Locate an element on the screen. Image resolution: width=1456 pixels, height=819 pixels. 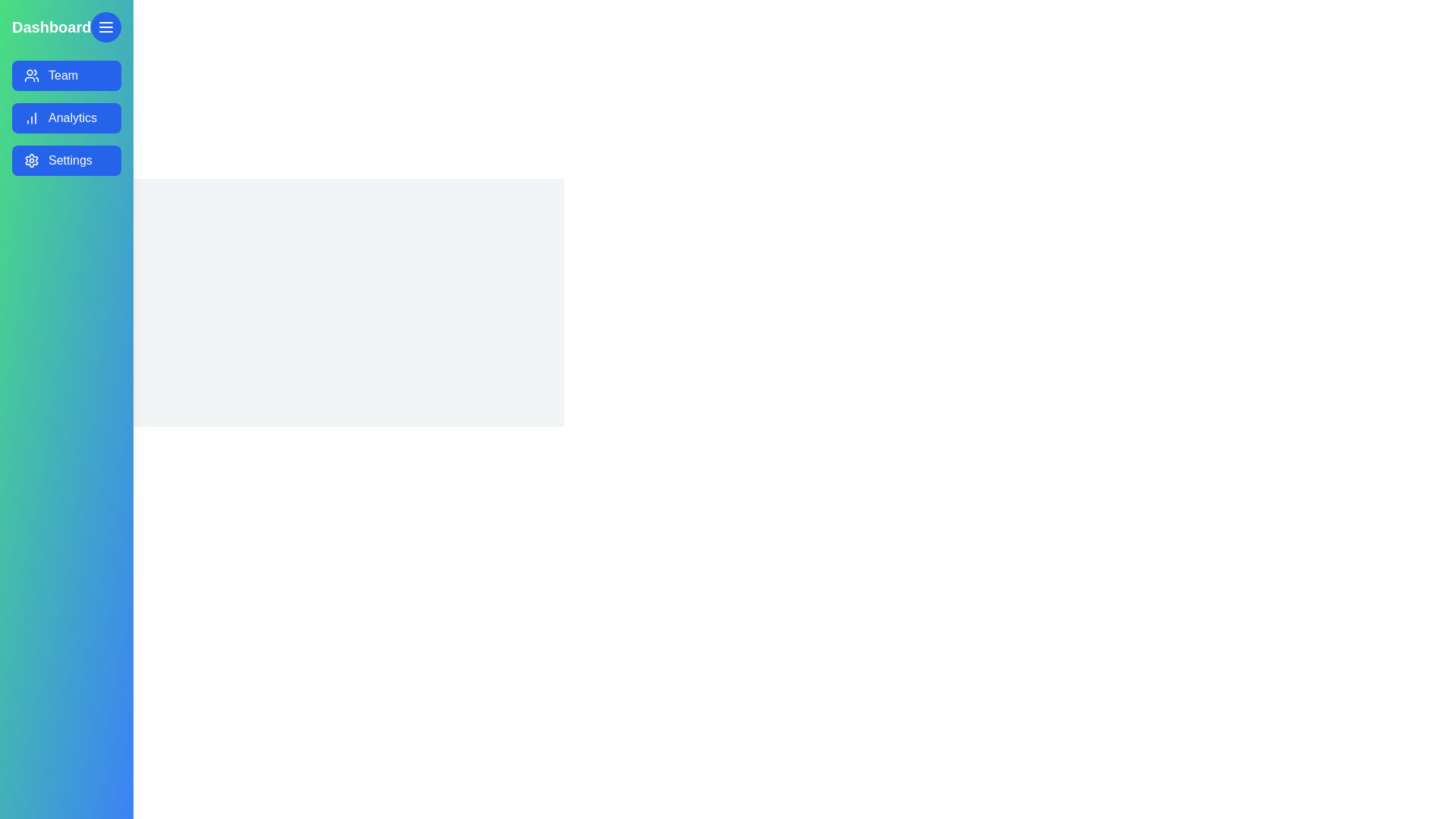
the menu button to toggle the visibility of the side drawer is located at coordinates (105, 27).